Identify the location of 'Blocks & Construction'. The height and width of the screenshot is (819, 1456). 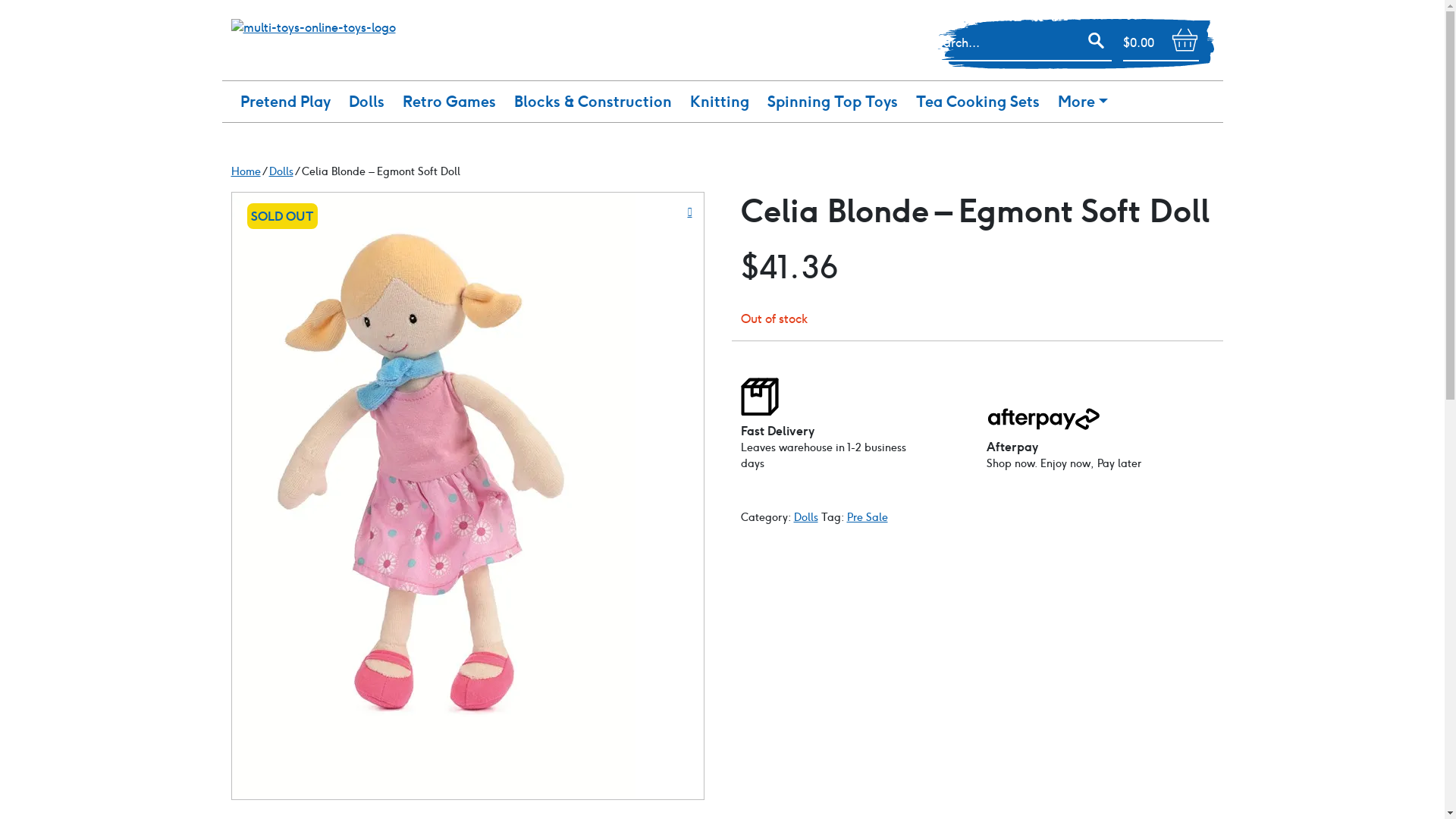
(505, 102).